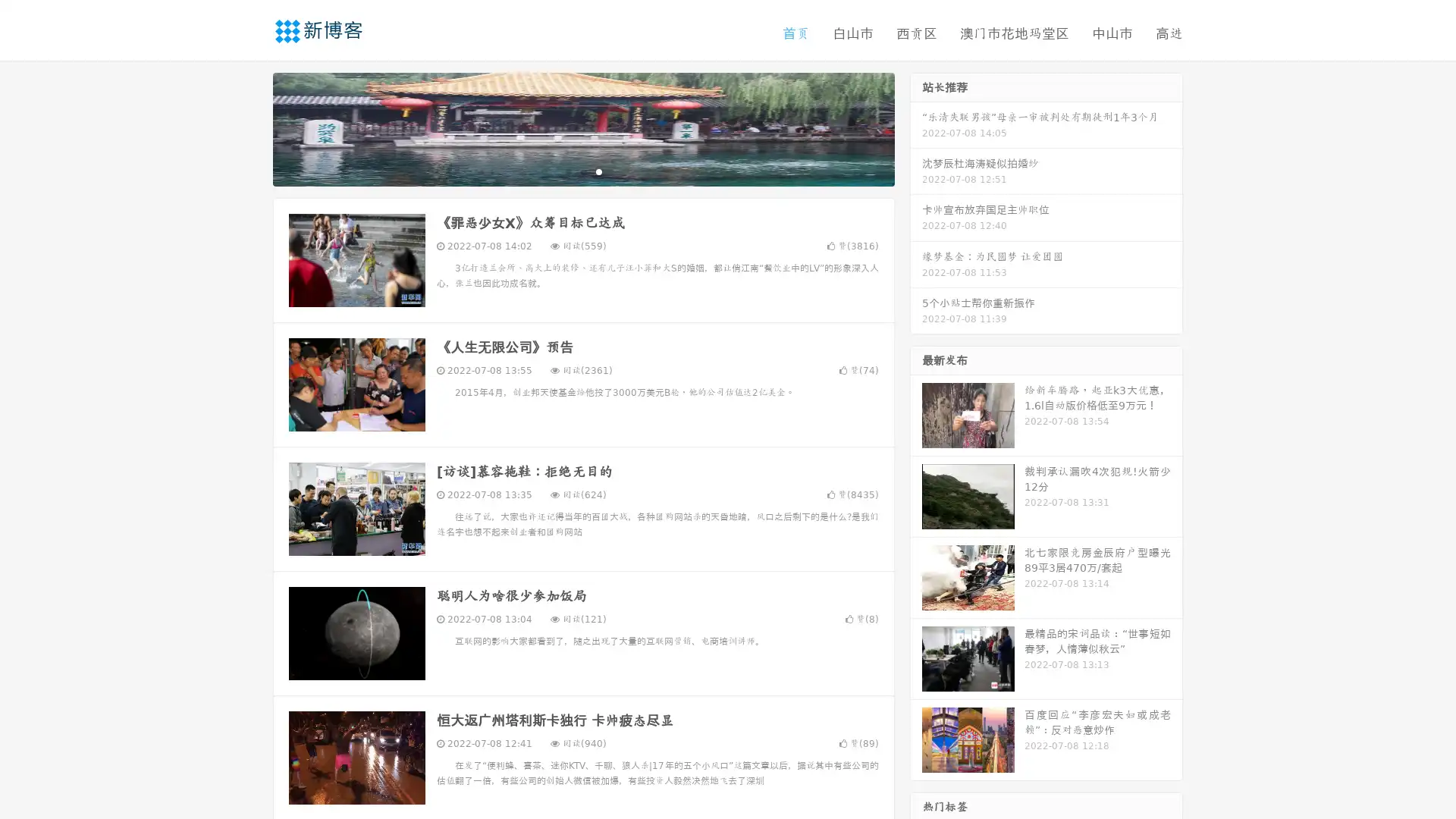  What do you see at coordinates (916, 127) in the screenshot?
I see `Next slide` at bounding box center [916, 127].